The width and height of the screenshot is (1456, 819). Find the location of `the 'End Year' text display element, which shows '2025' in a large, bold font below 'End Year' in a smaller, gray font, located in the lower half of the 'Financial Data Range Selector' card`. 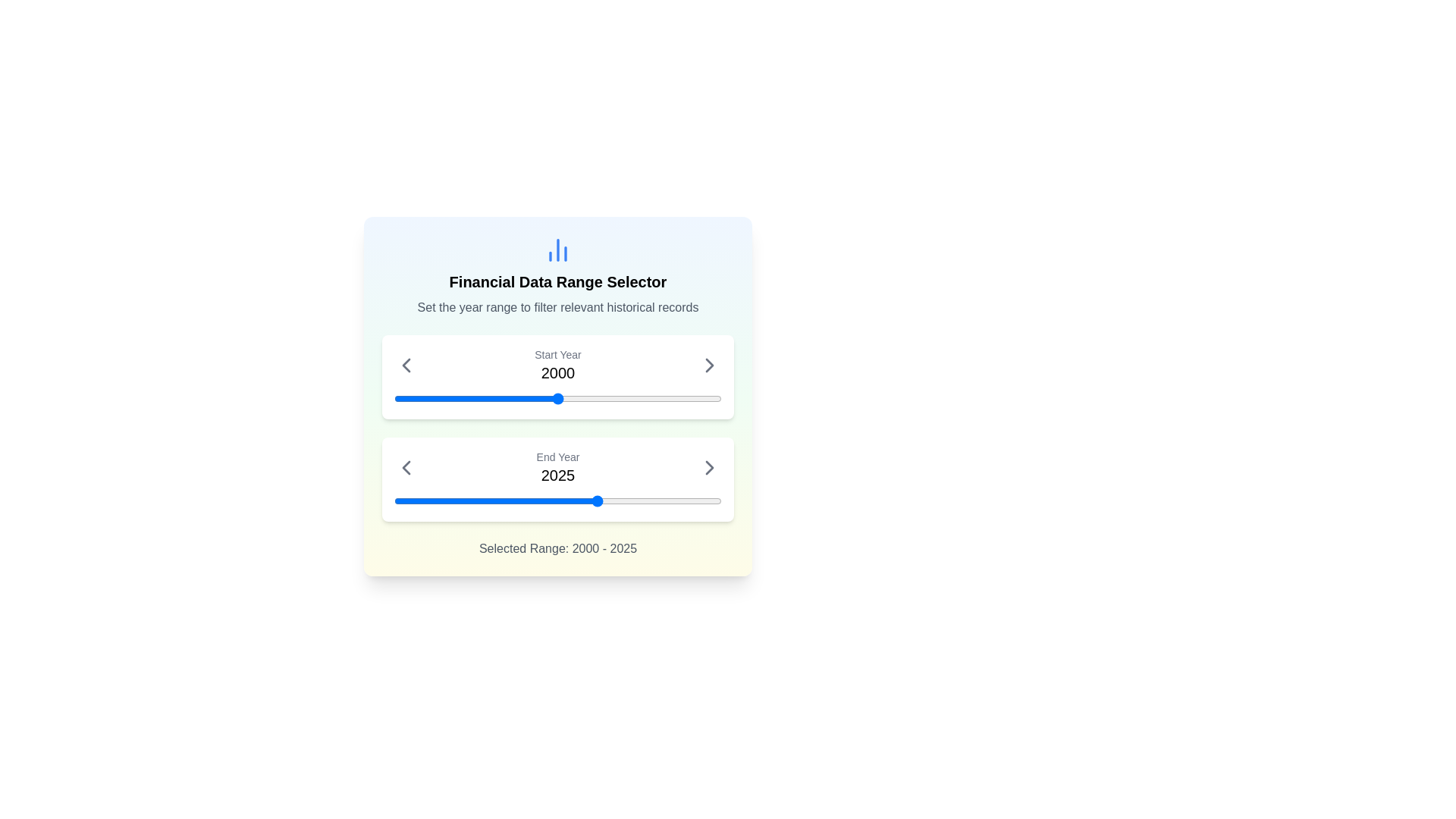

the 'End Year' text display element, which shows '2025' in a large, bold font below 'End Year' in a smaller, gray font, located in the lower half of the 'Financial Data Range Selector' card is located at coordinates (557, 467).